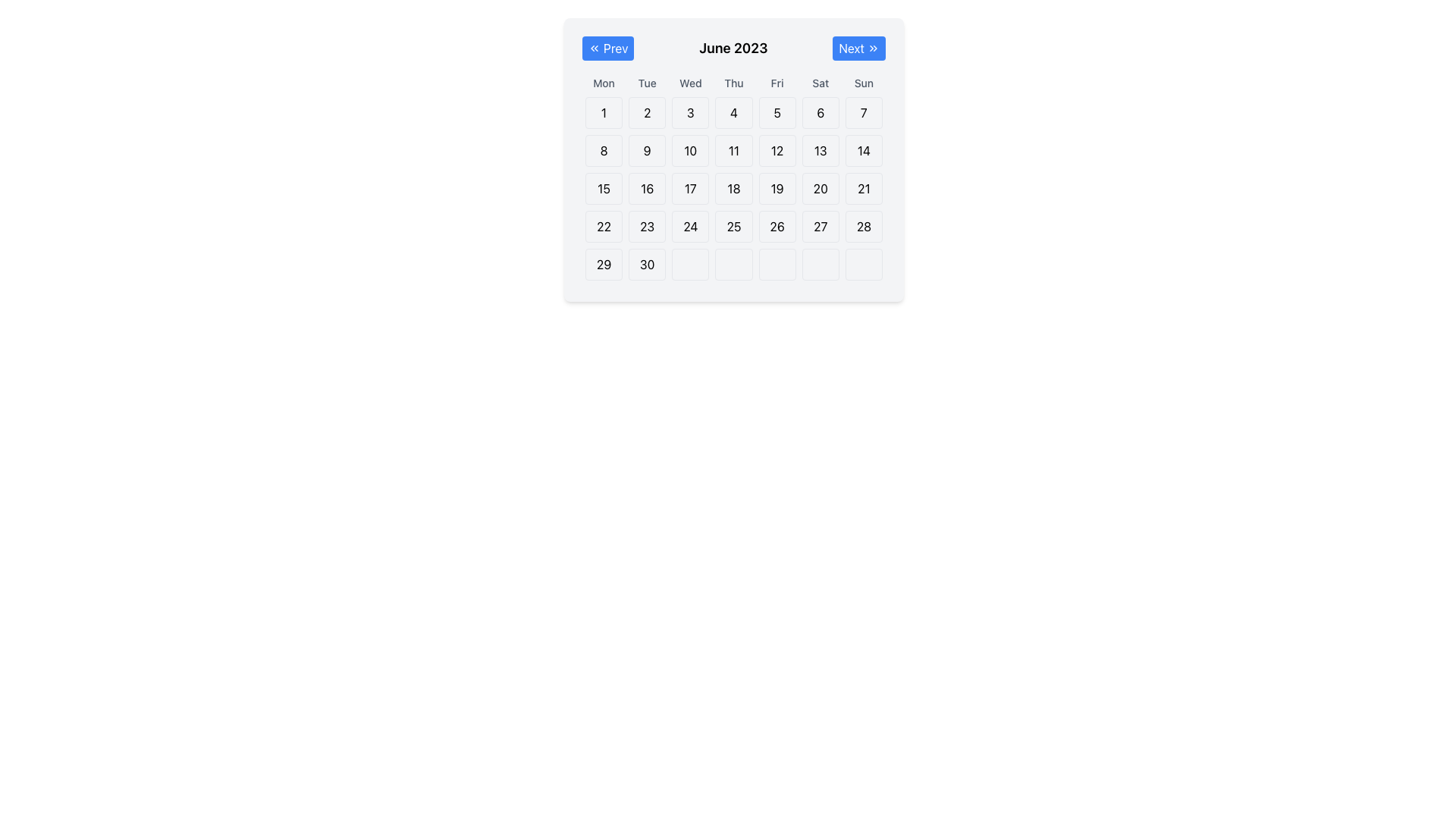 The width and height of the screenshot is (1456, 819). I want to click on the button representing the 28th day of the calendar month, so click(864, 227).